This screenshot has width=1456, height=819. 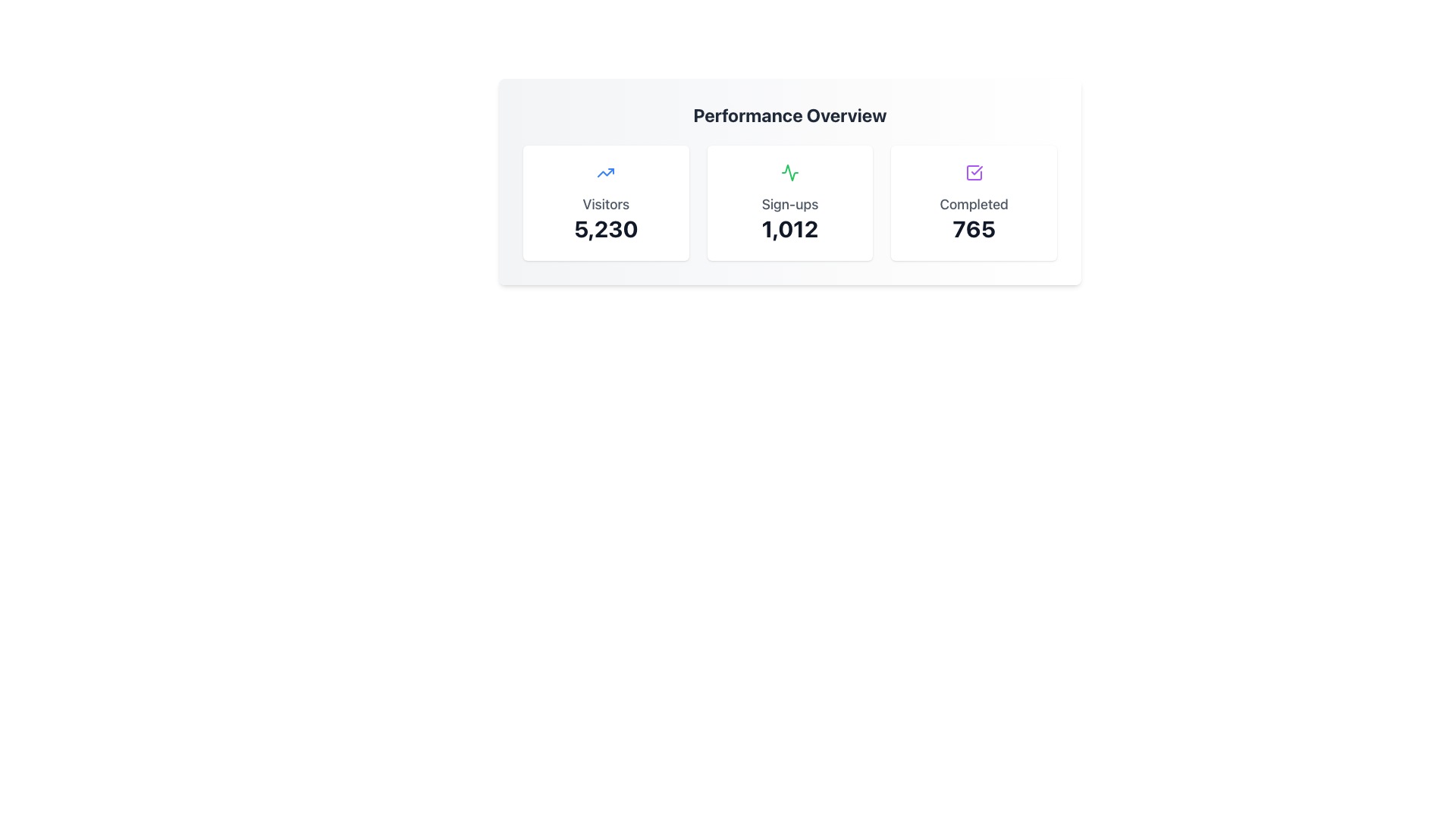 I want to click on the text label indicating the count of completed items in the 'Completed' section of the performance dashboard, so click(x=974, y=228).